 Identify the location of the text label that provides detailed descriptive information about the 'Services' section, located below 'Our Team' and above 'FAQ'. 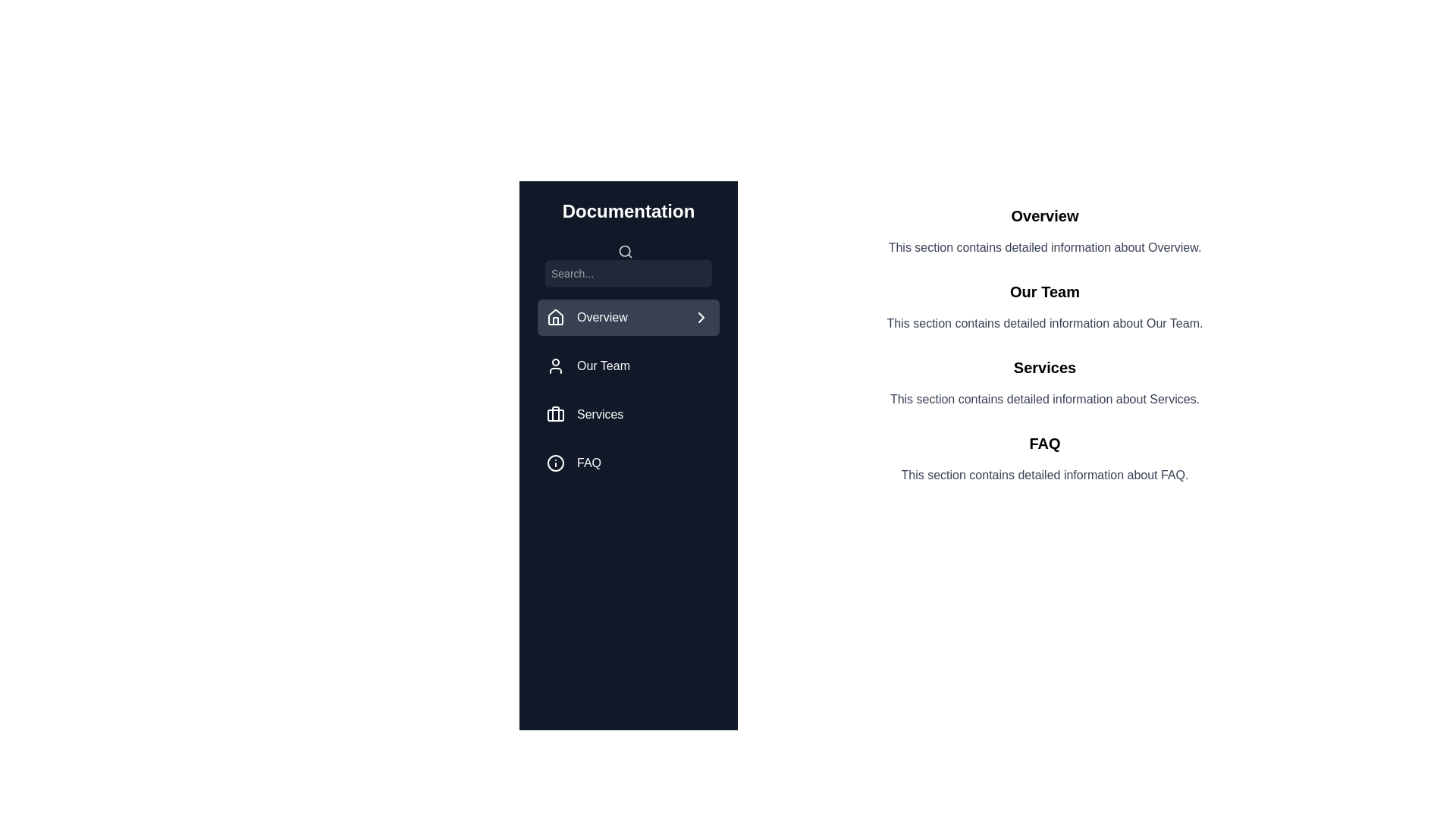
(1043, 399).